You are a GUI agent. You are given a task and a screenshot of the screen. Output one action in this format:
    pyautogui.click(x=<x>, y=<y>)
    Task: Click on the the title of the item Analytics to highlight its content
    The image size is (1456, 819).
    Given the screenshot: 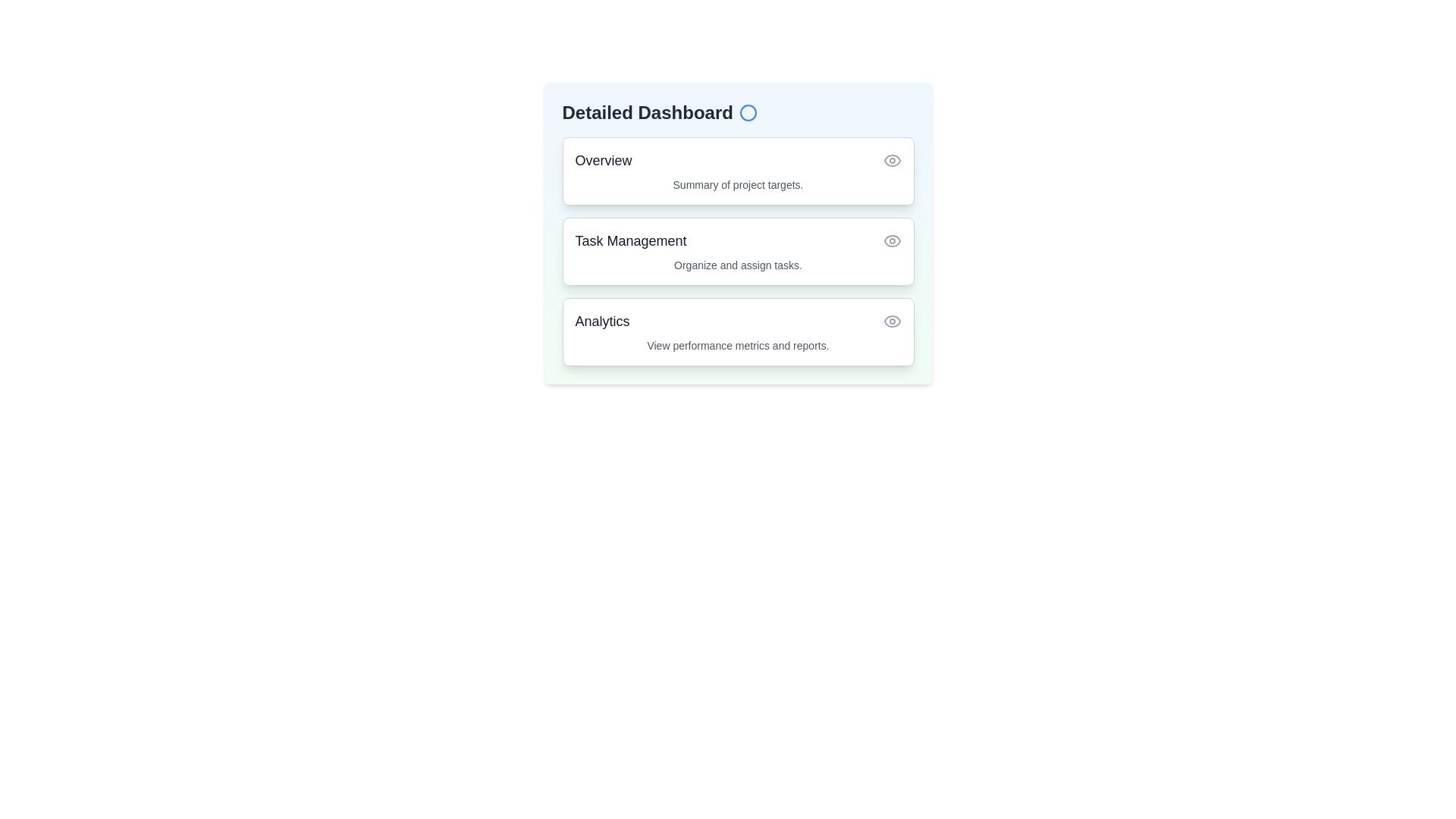 What is the action you would take?
    pyautogui.click(x=601, y=321)
    